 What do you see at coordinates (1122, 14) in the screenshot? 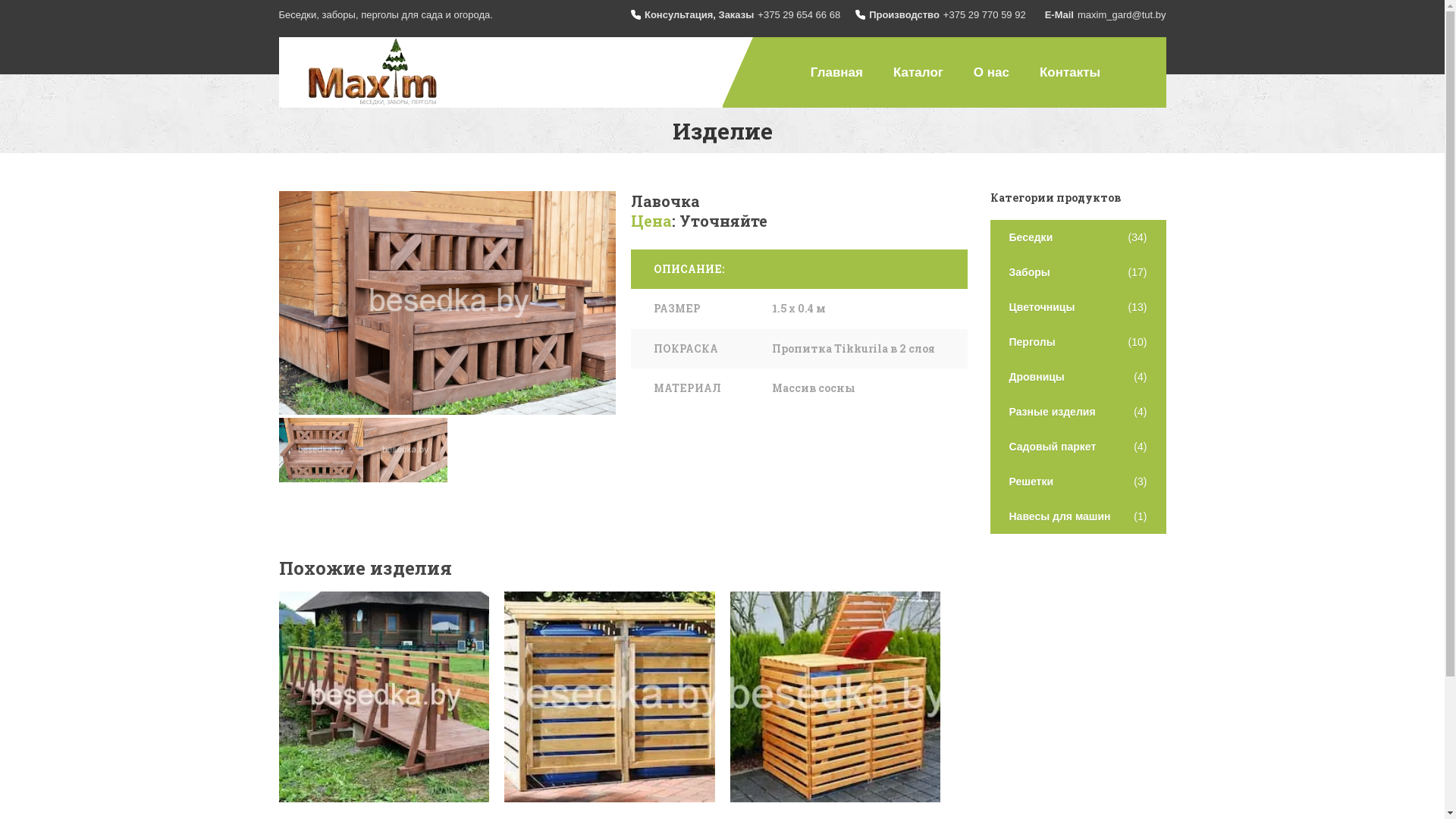
I see `'maxim_gard@tut.by'` at bounding box center [1122, 14].